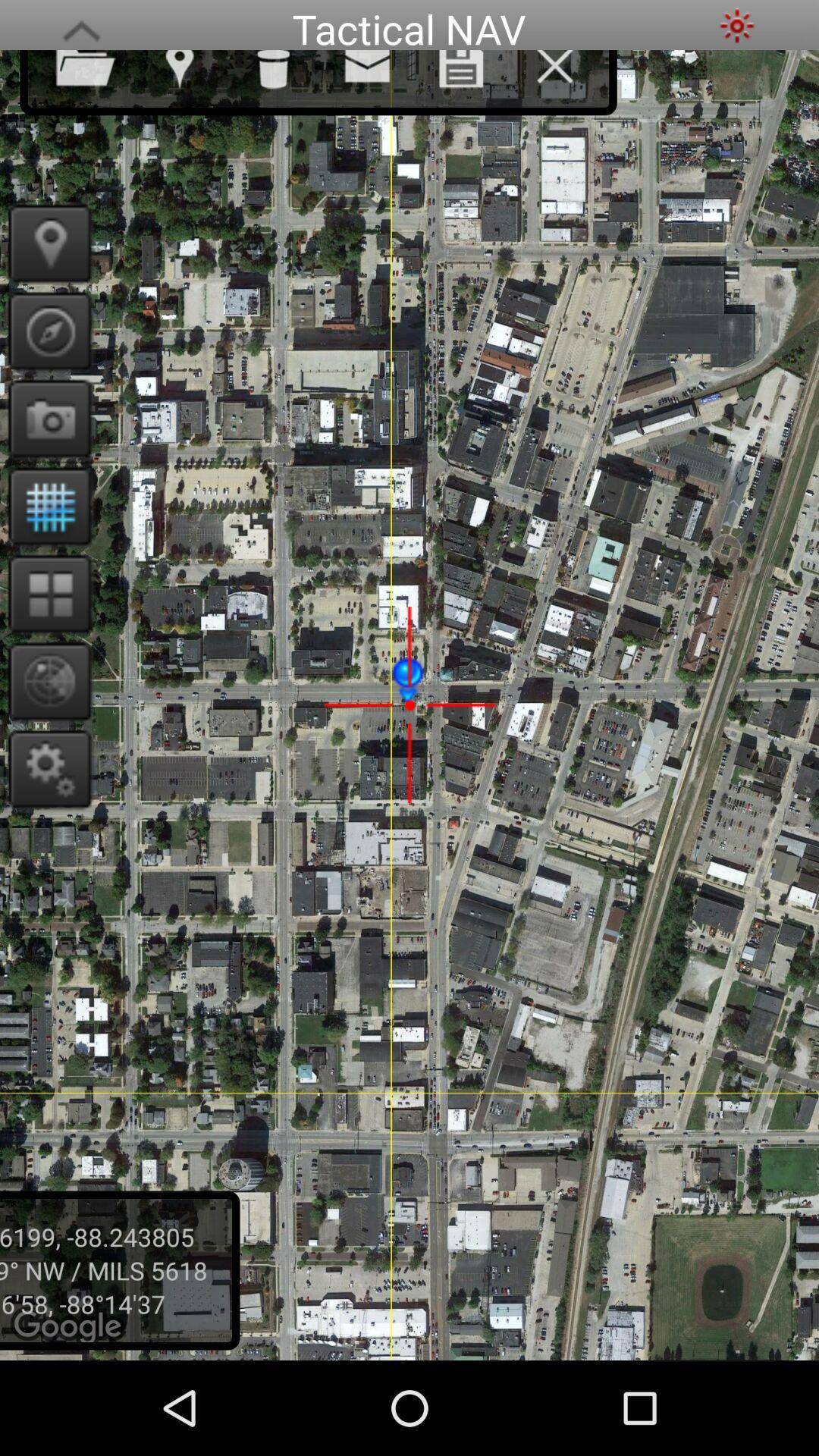  Describe the element at coordinates (44, 768) in the screenshot. I see `open settings` at that location.